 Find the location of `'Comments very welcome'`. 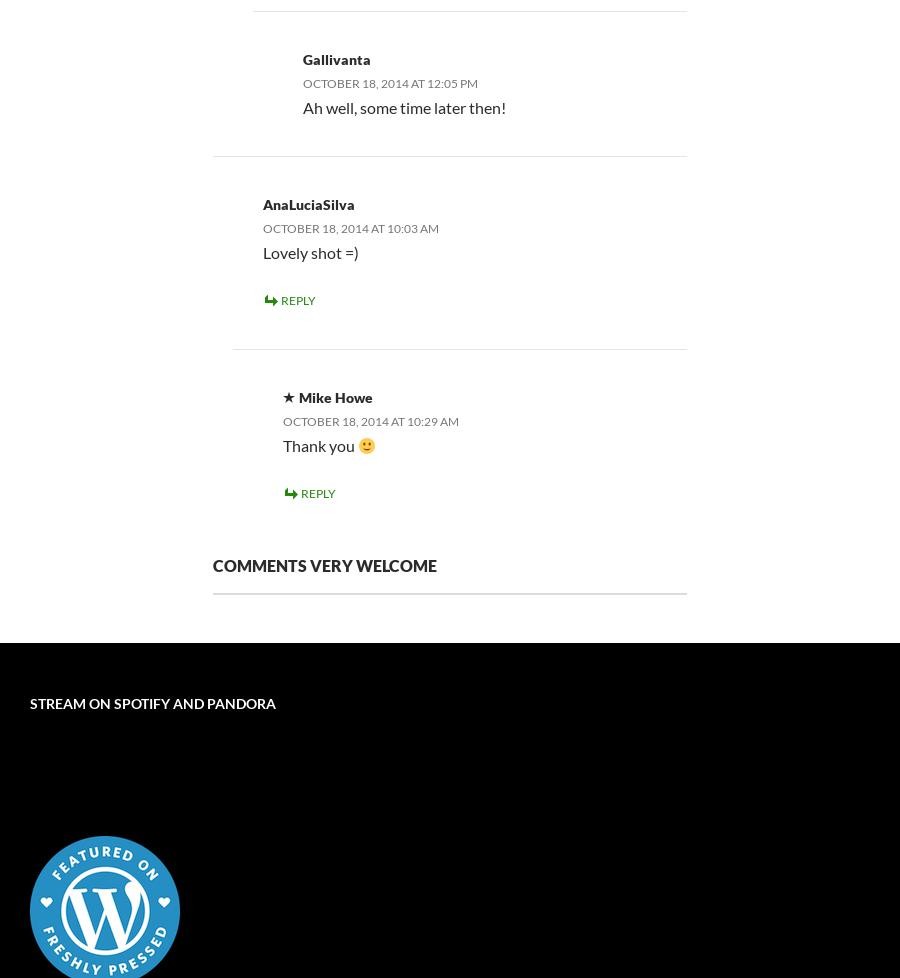

'Comments very welcome' is located at coordinates (323, 564).